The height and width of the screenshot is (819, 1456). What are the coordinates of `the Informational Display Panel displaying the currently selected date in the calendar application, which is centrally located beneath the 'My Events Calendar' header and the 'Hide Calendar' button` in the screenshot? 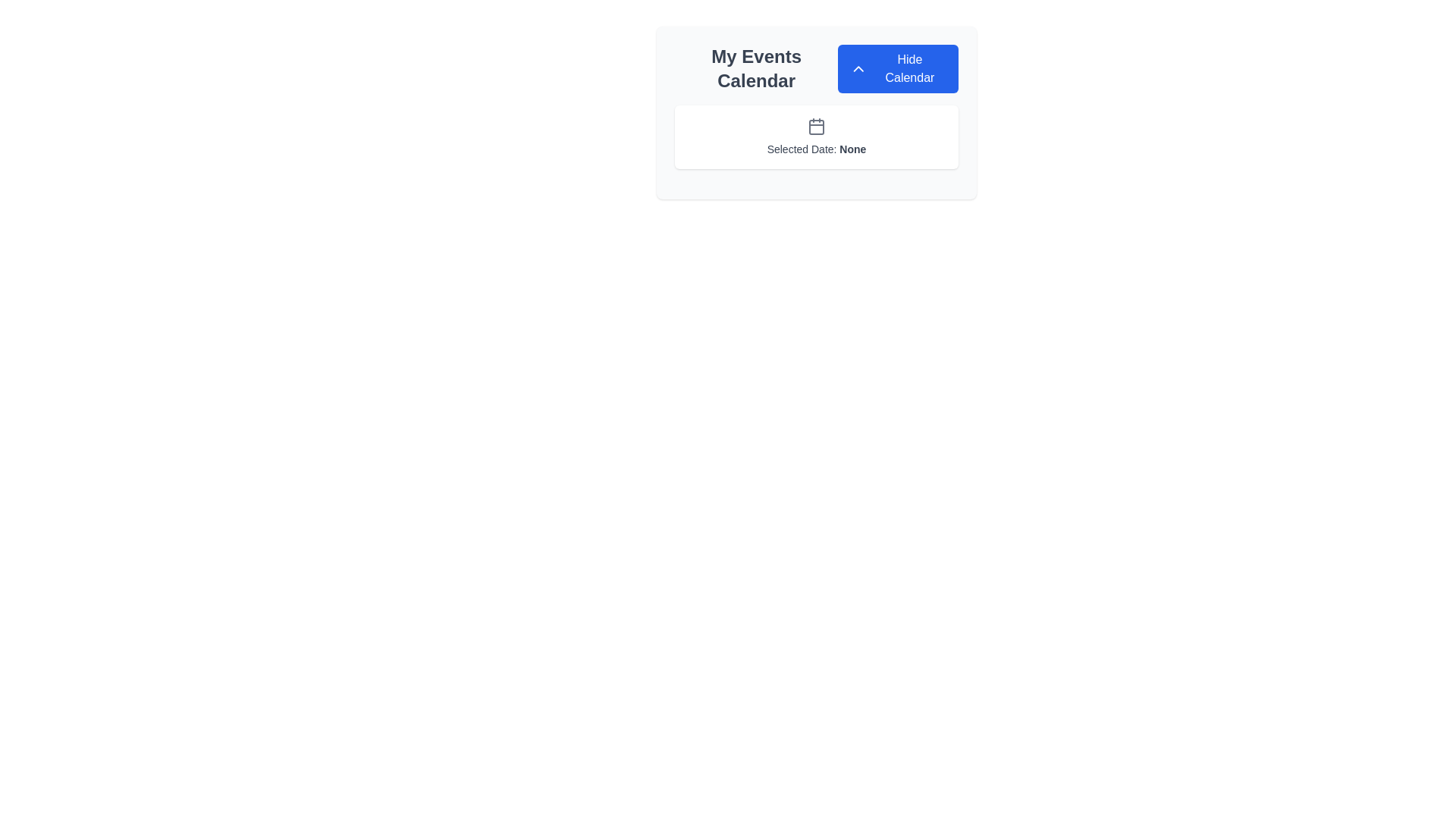 It's located at (815, 137).